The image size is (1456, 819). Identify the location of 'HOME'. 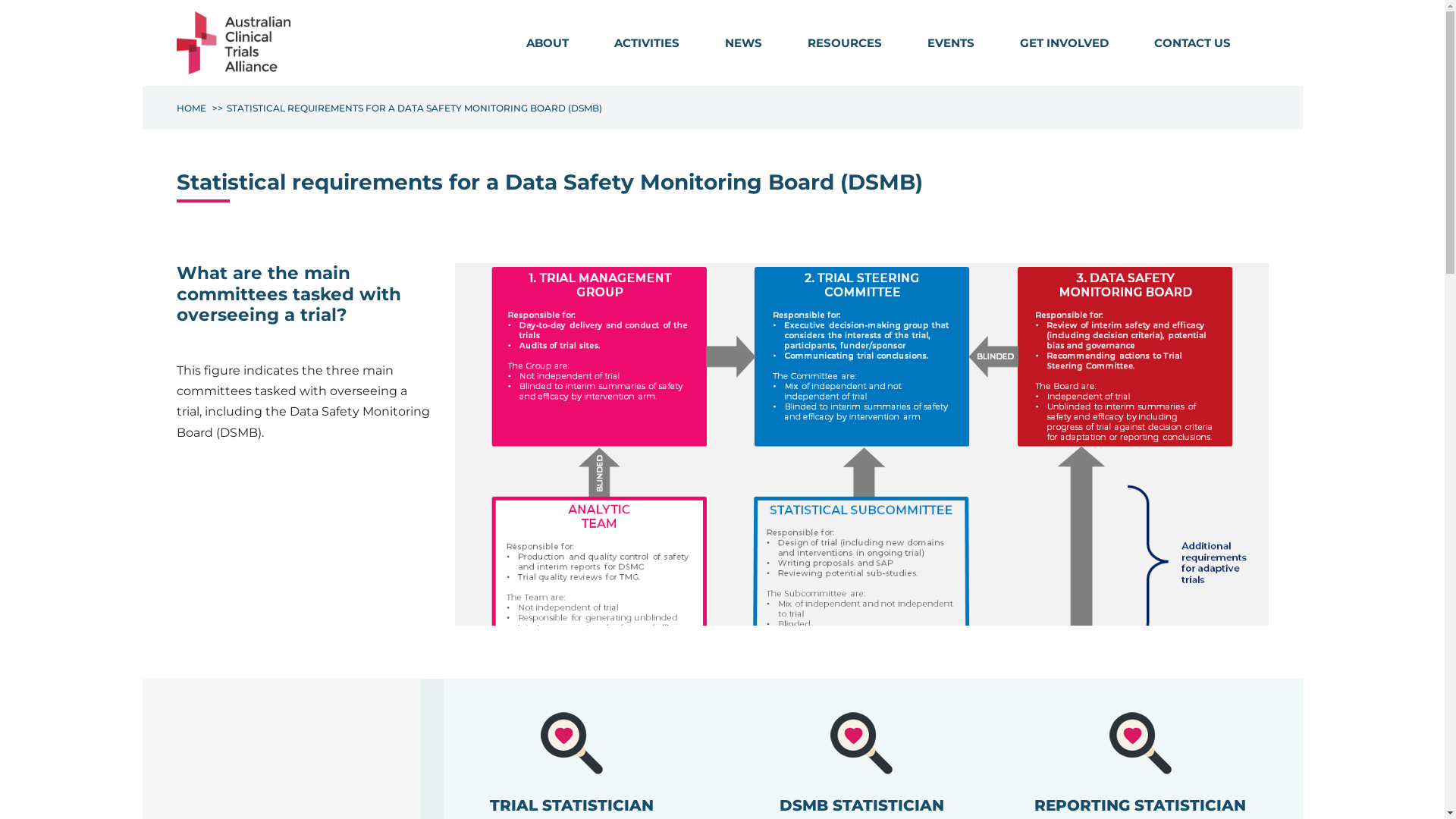
(190, 107).